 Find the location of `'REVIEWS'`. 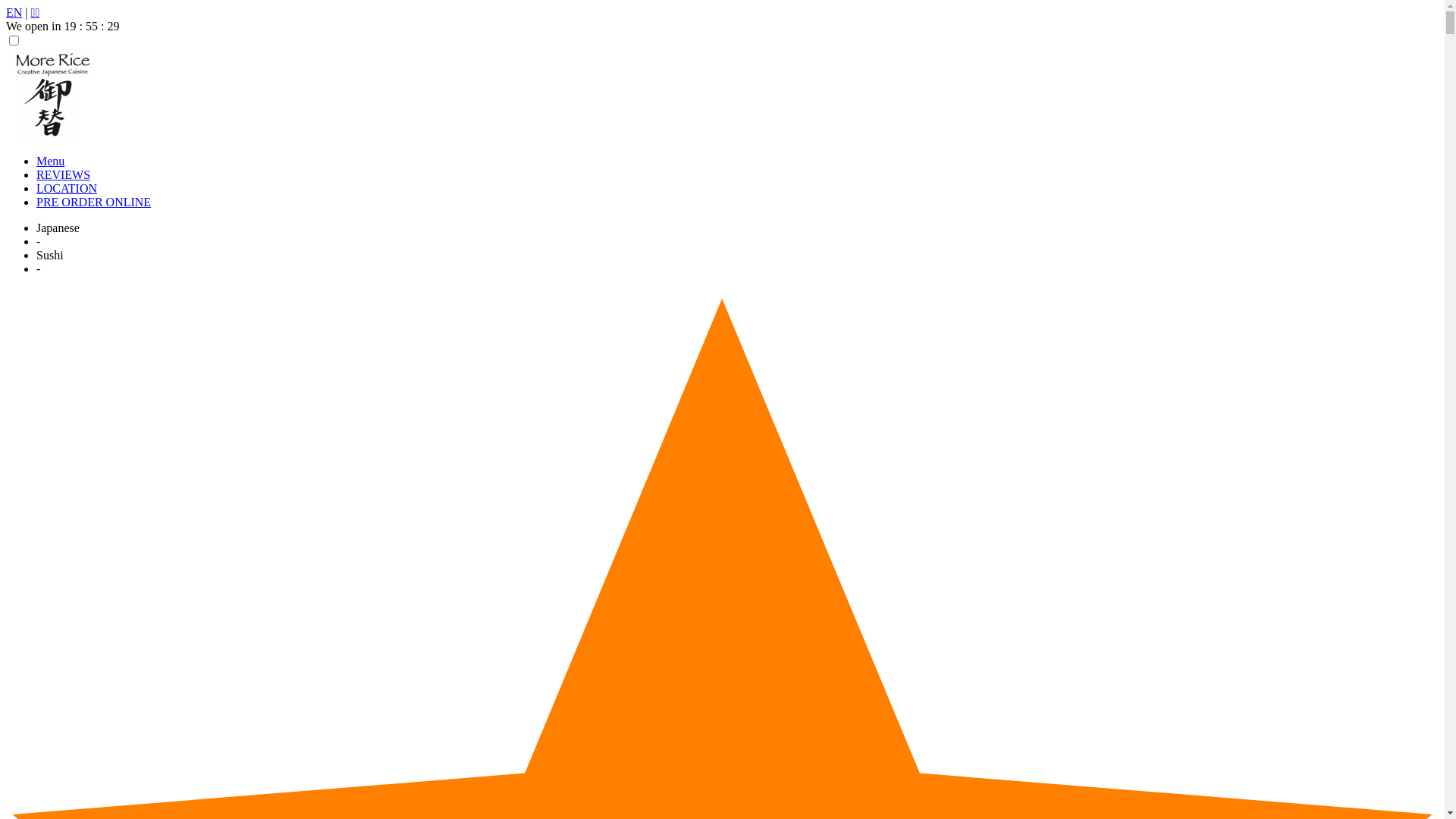

'REVIEWS' is located at coordinates (36, 174).